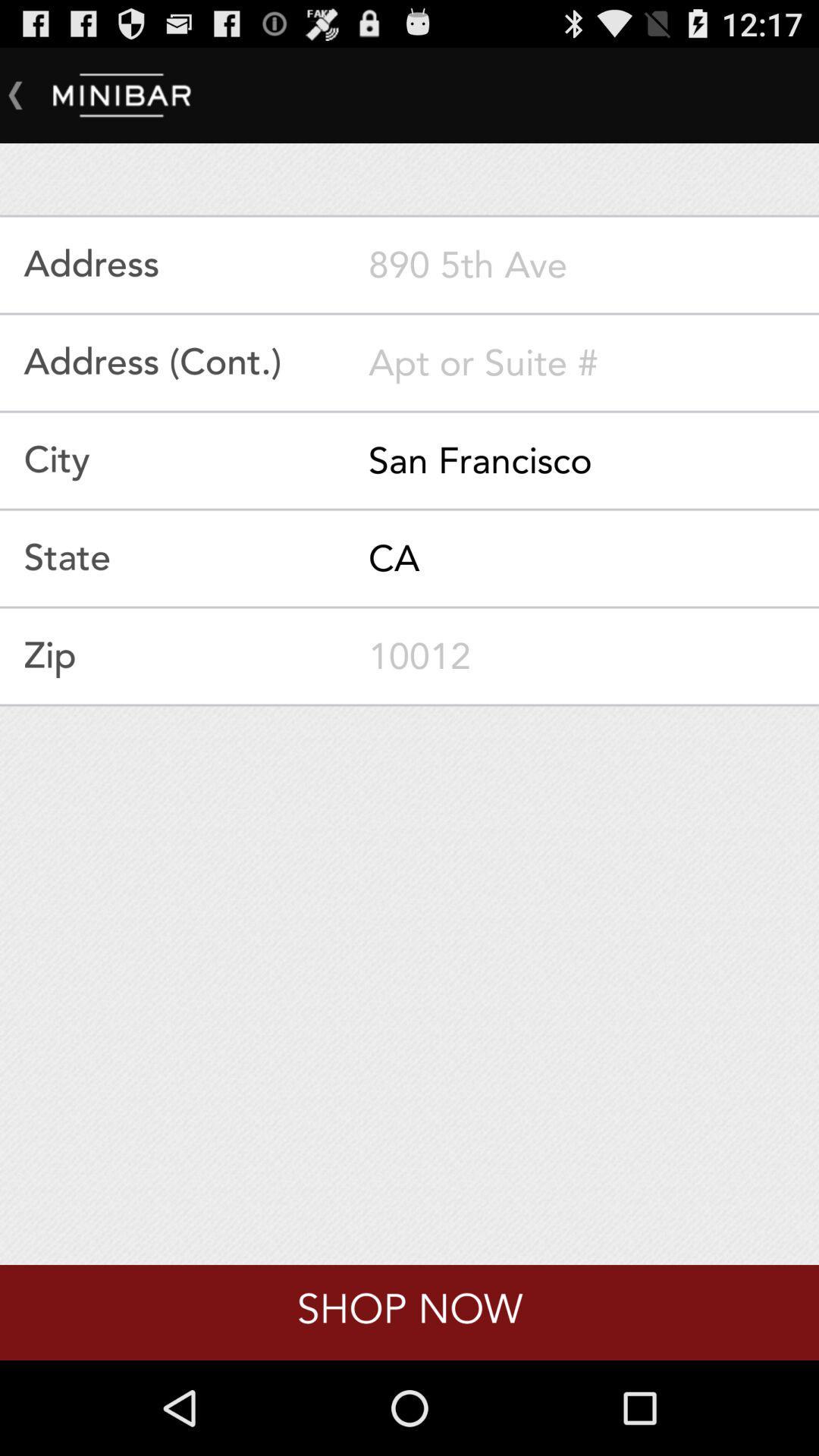 Image resolution: width=819 pixels, height=1456 pixels. I want to click on address text box, so click(593, 265).